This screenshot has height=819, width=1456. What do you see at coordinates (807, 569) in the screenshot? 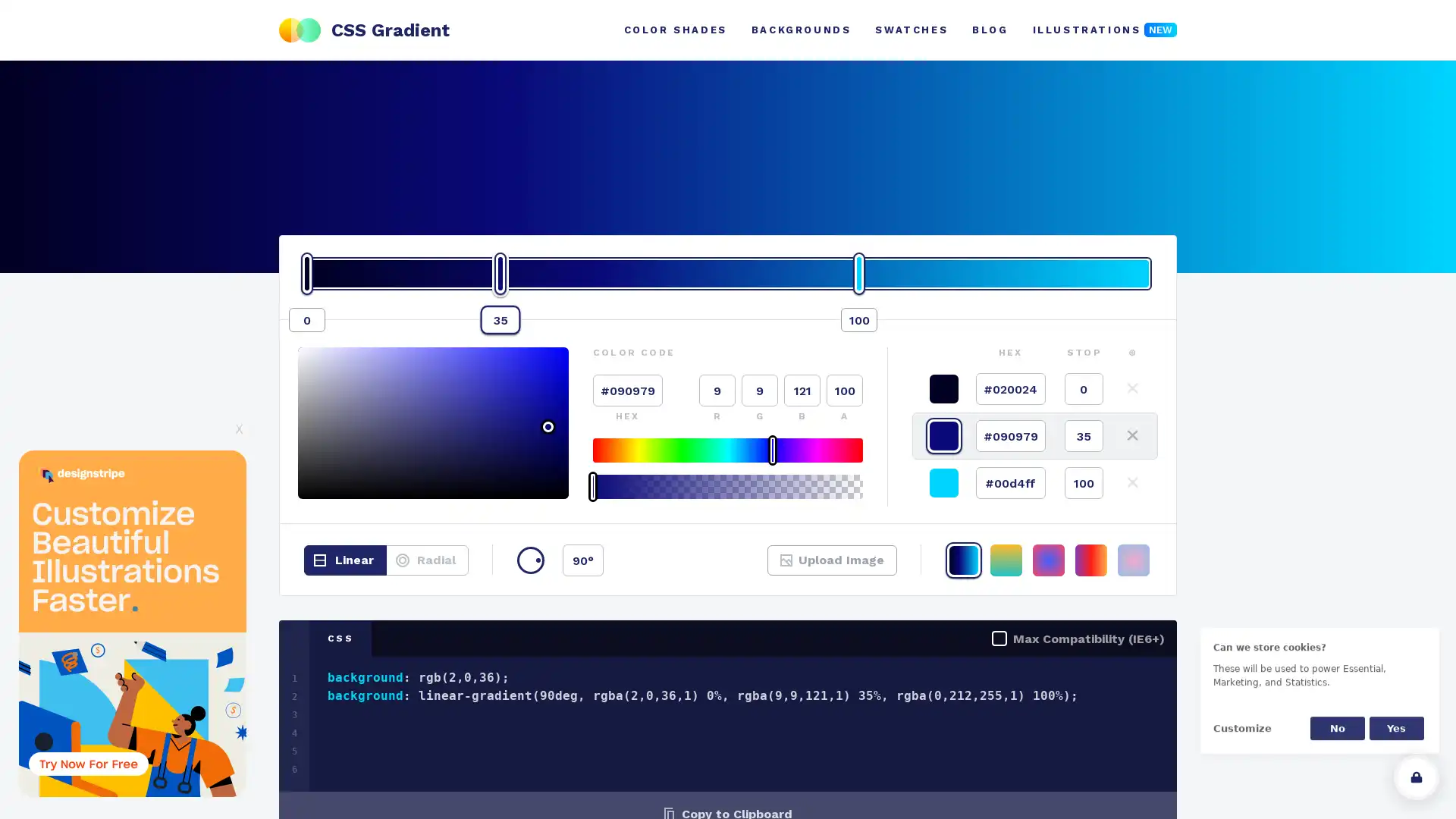
I see `Choose File` at bounding box center [807, 569].